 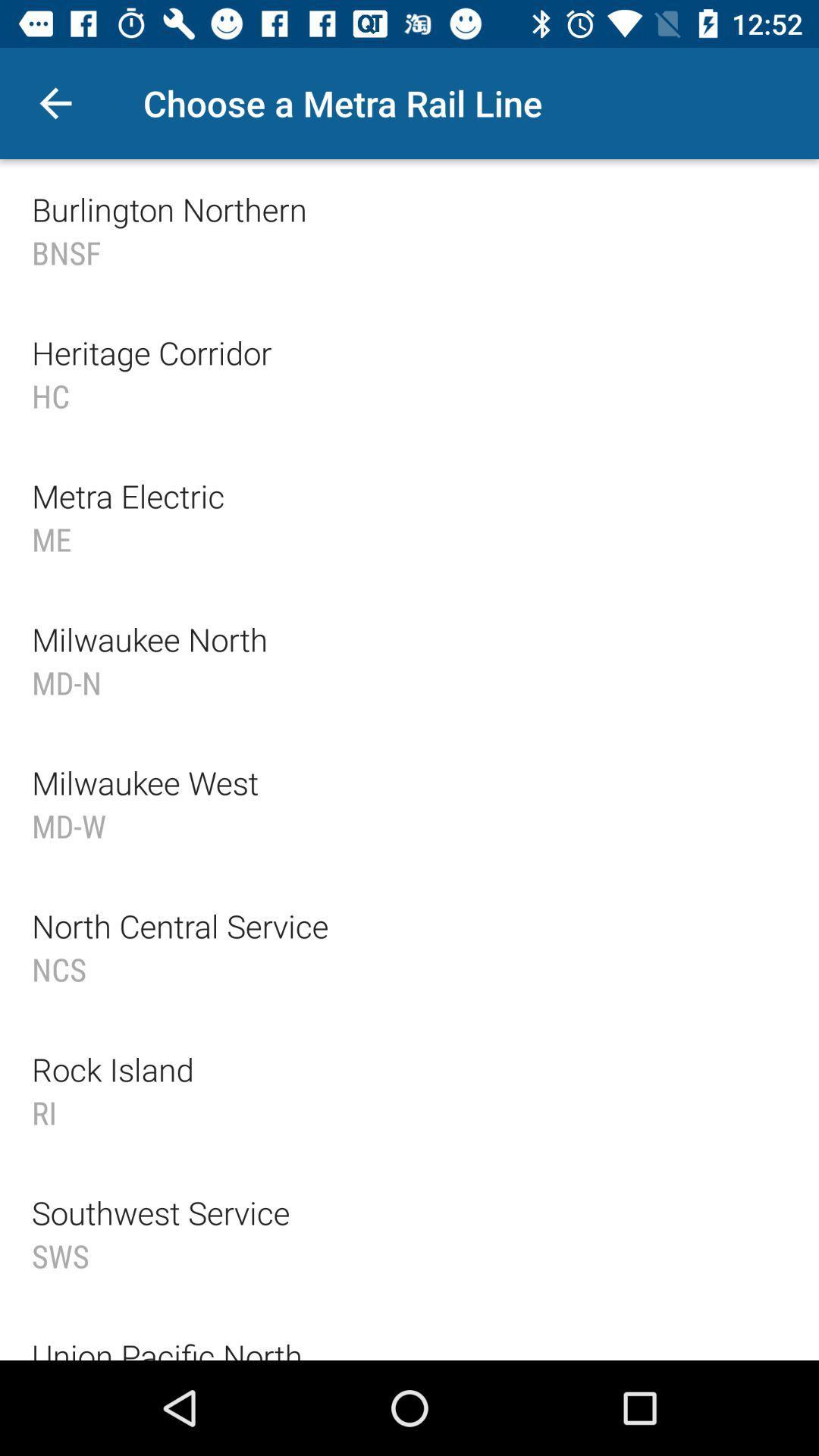 What do you see at coordinates (55, 102) in the screenshot?
I see `item next to choose a metra` at bounding box center [55, 102].